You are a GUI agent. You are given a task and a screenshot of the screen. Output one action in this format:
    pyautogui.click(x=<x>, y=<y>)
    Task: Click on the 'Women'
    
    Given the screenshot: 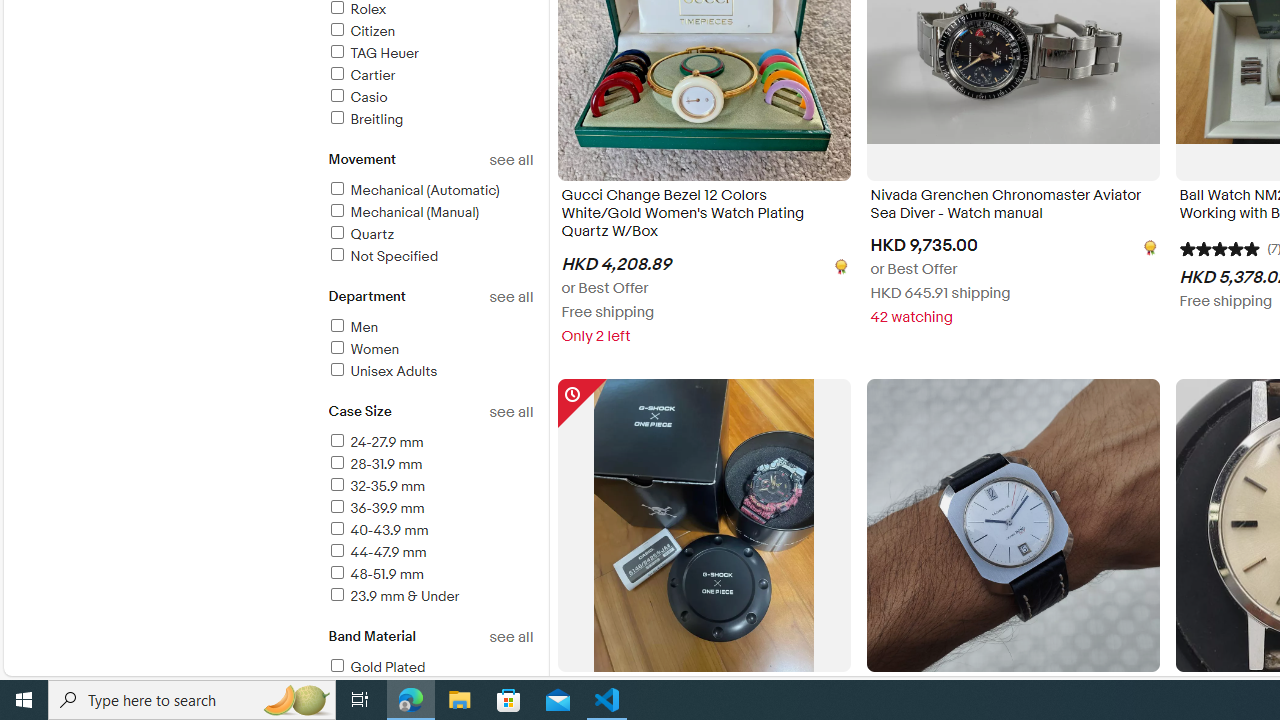 What is the action you would take?
    pyautogui.click(x=429, y=349)
    